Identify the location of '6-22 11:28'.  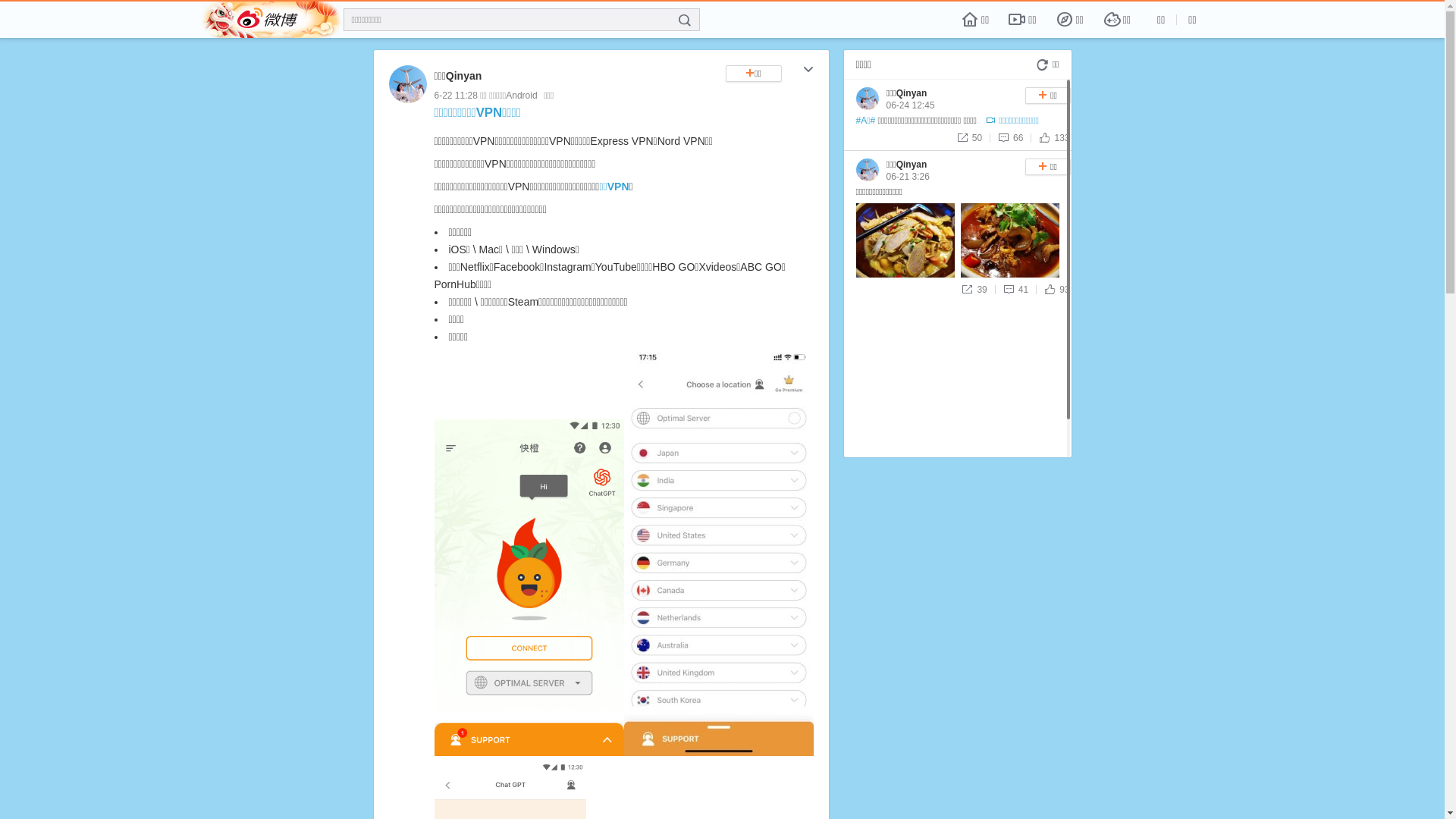
(454, 96).